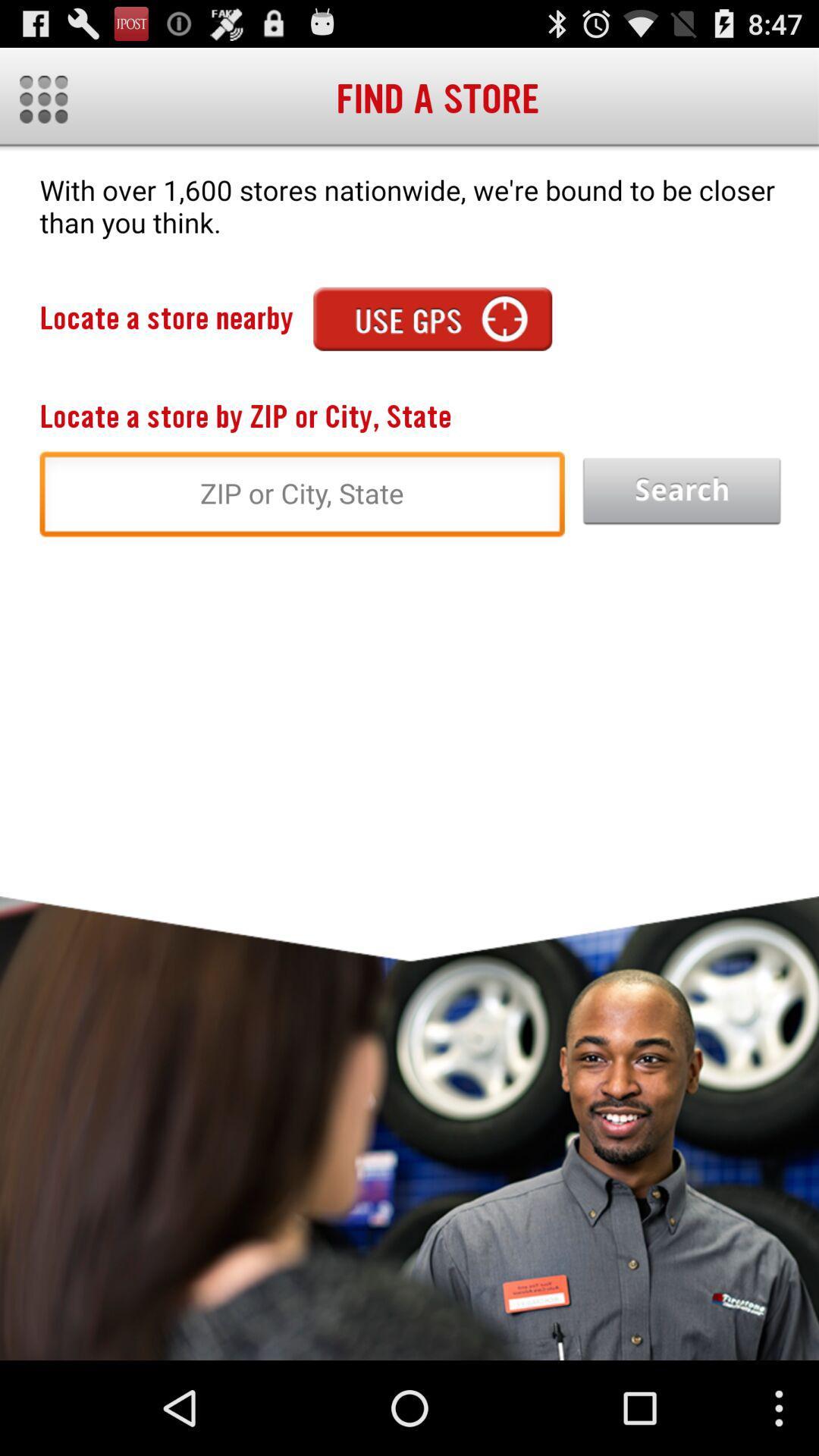  Describe the element at coordinates (432, 318) in the screenshot. I see `icon below with over 1` at that location.